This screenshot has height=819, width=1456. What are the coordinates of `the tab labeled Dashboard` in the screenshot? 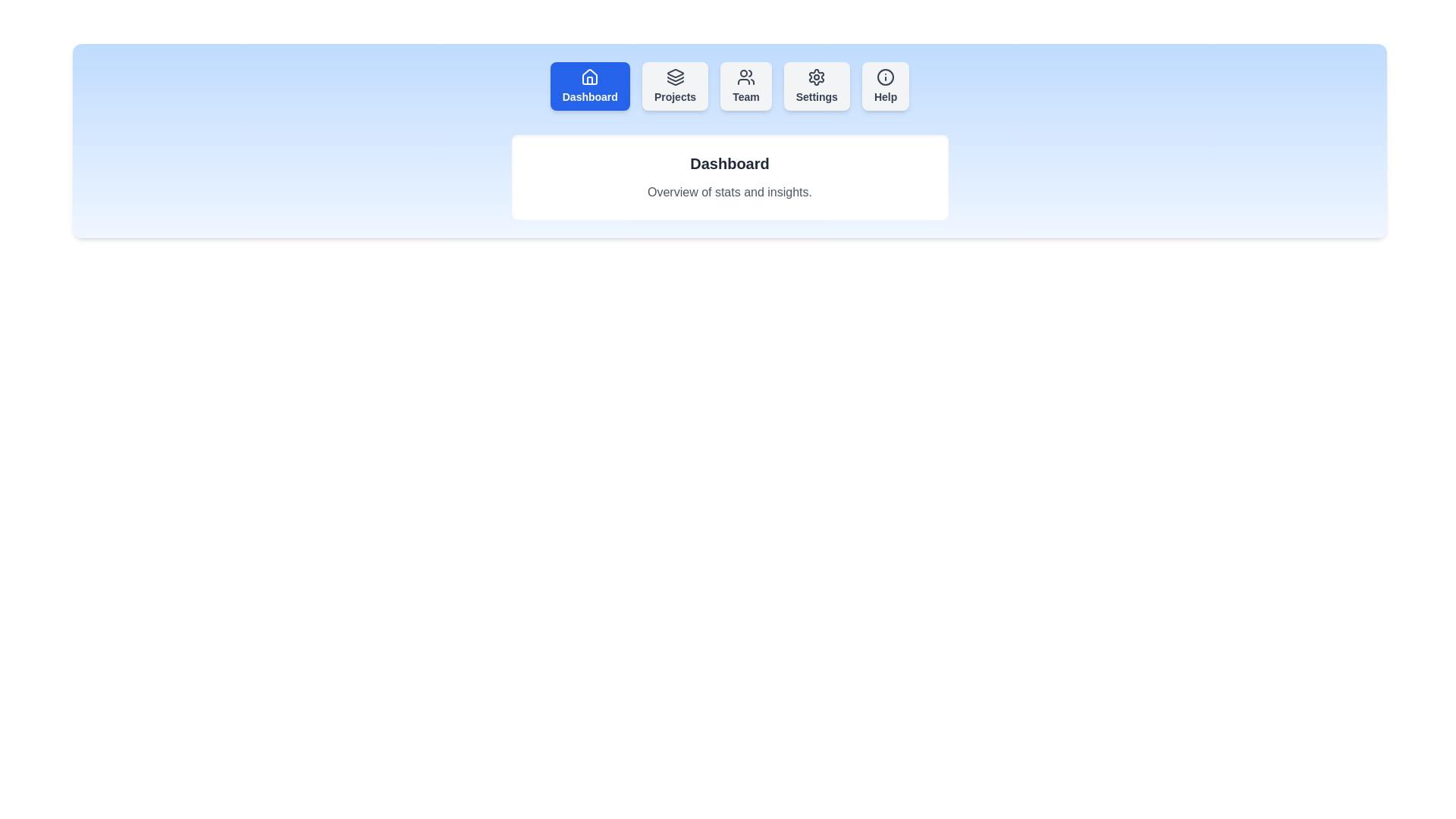 It's located at (589, 86).